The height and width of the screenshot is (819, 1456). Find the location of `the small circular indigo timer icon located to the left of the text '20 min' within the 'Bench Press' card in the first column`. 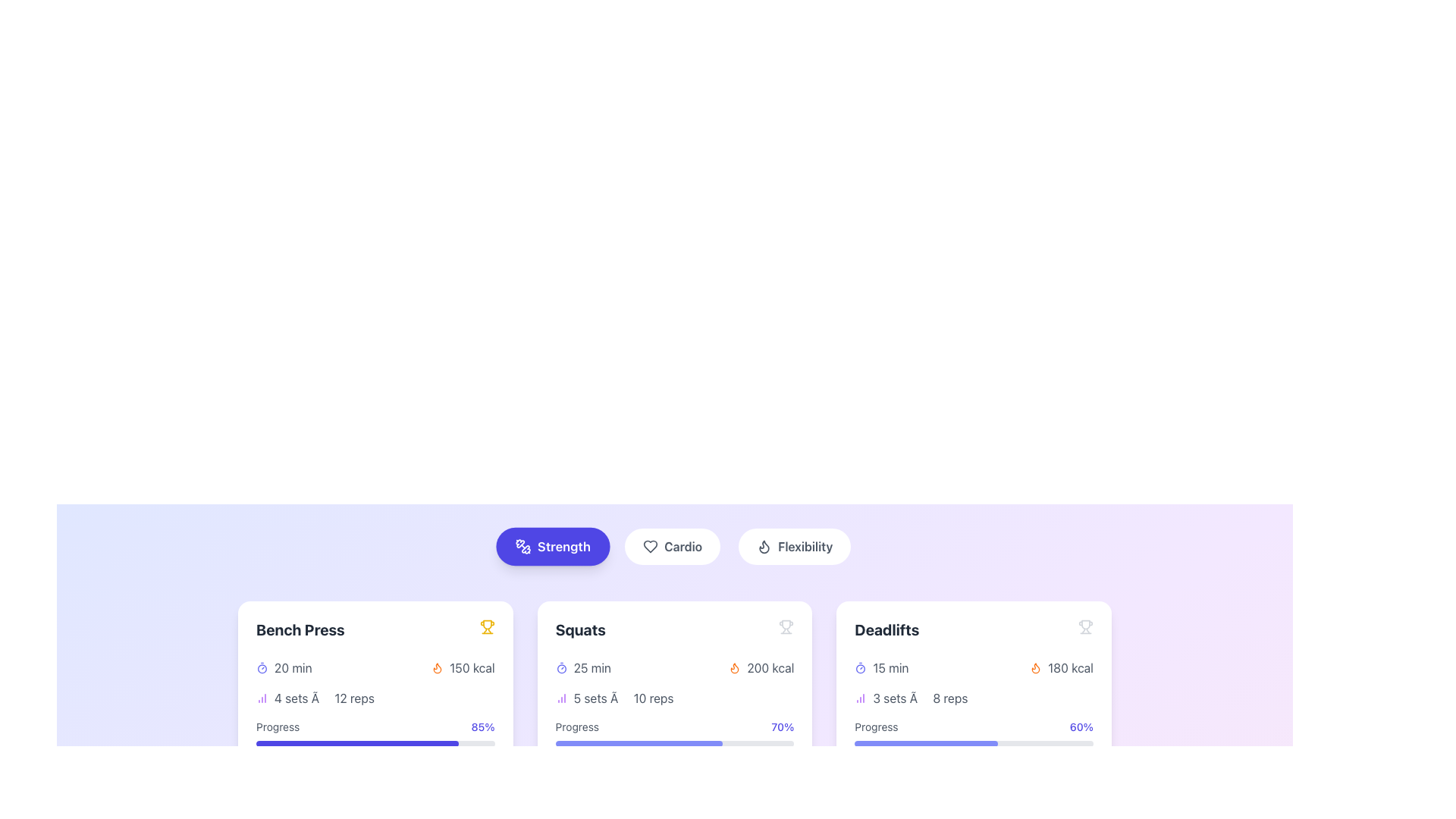

the small circular indigo timer icon located to the left of the text '20 min' within the 'Bench Press' card in the first column is located at coordinates (262, 667).